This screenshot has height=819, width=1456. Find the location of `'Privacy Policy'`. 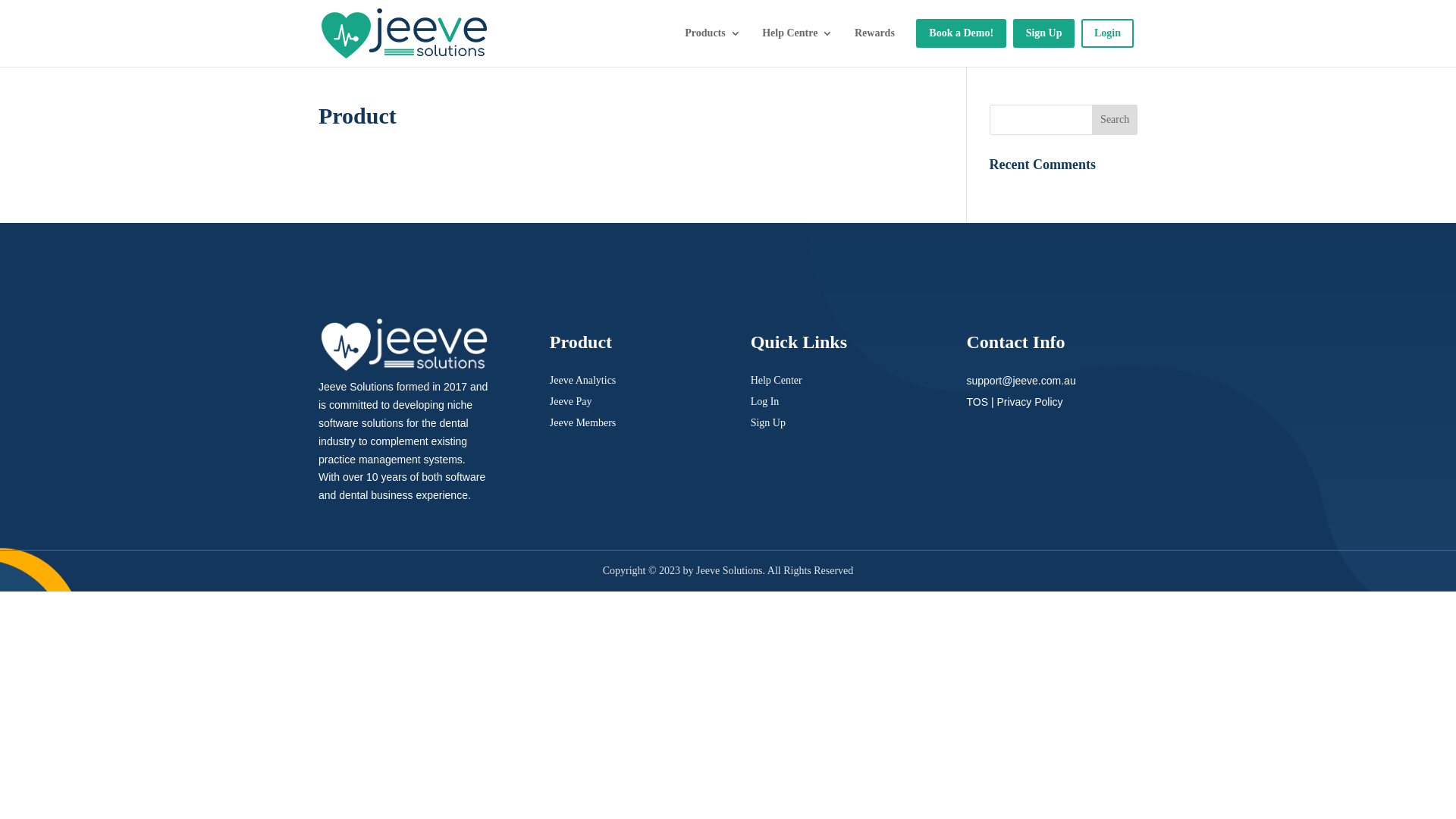

'Privacy Policy' is located at coordinates (1029, 400).